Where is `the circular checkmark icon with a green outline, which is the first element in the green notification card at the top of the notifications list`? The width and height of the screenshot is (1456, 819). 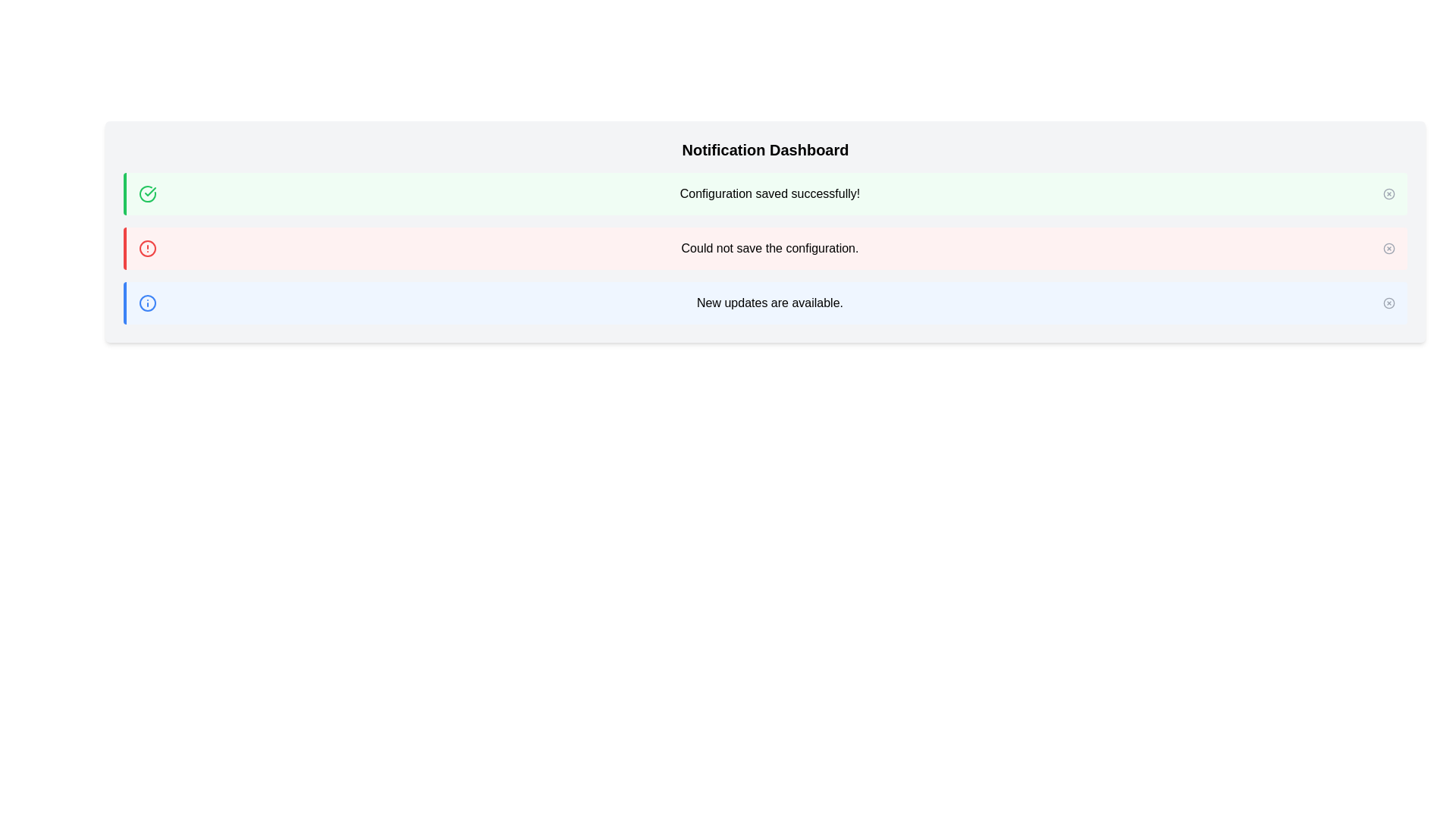 the circular checkmark icon with a green outline, which is the first element in the green notification card at the top of the notifications list is located at coordinates (148, 193).